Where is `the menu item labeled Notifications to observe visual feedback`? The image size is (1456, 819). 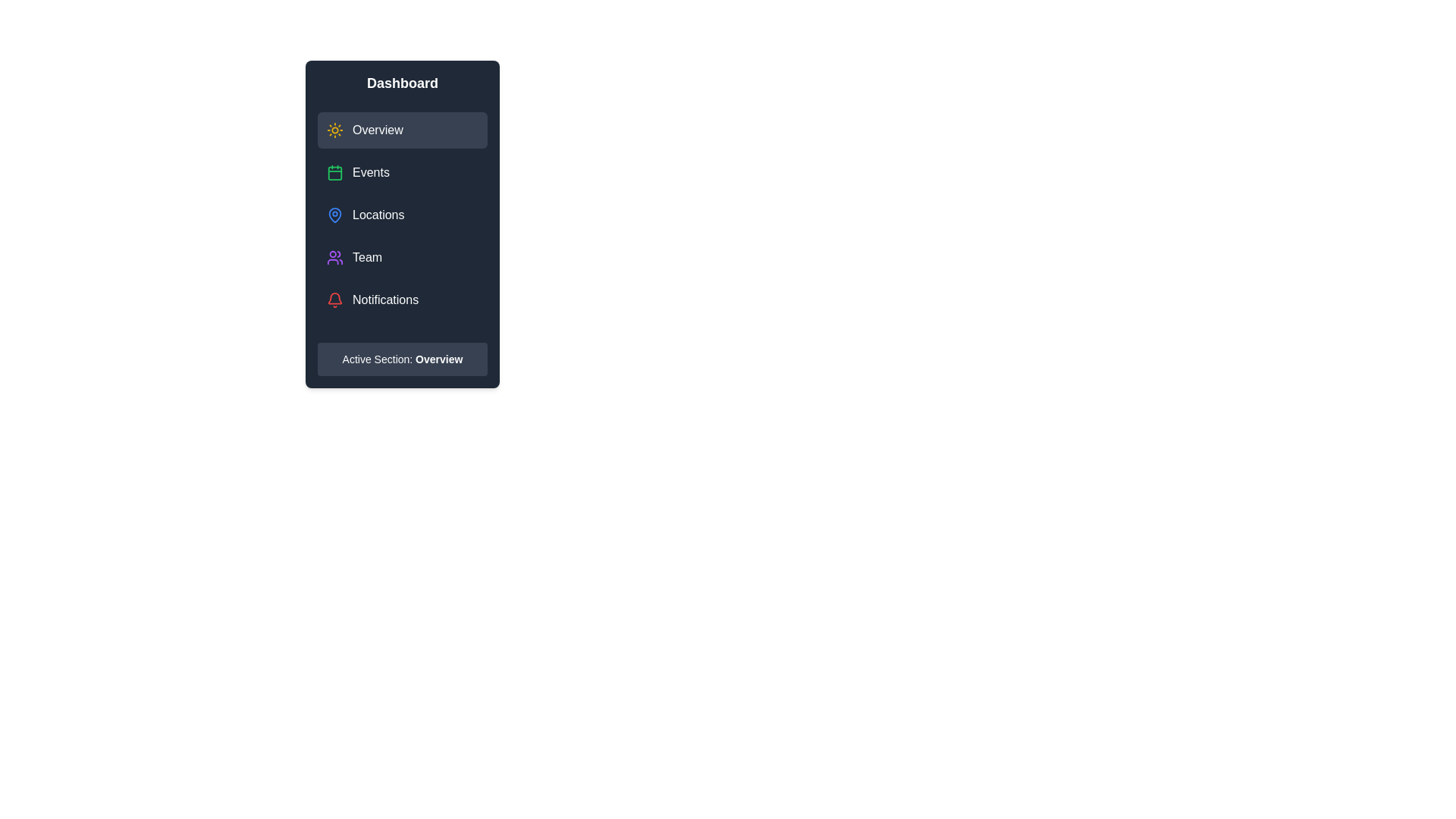 the menu item labeled Notifications to observe visual feedback is located at coordinates (403, 300).